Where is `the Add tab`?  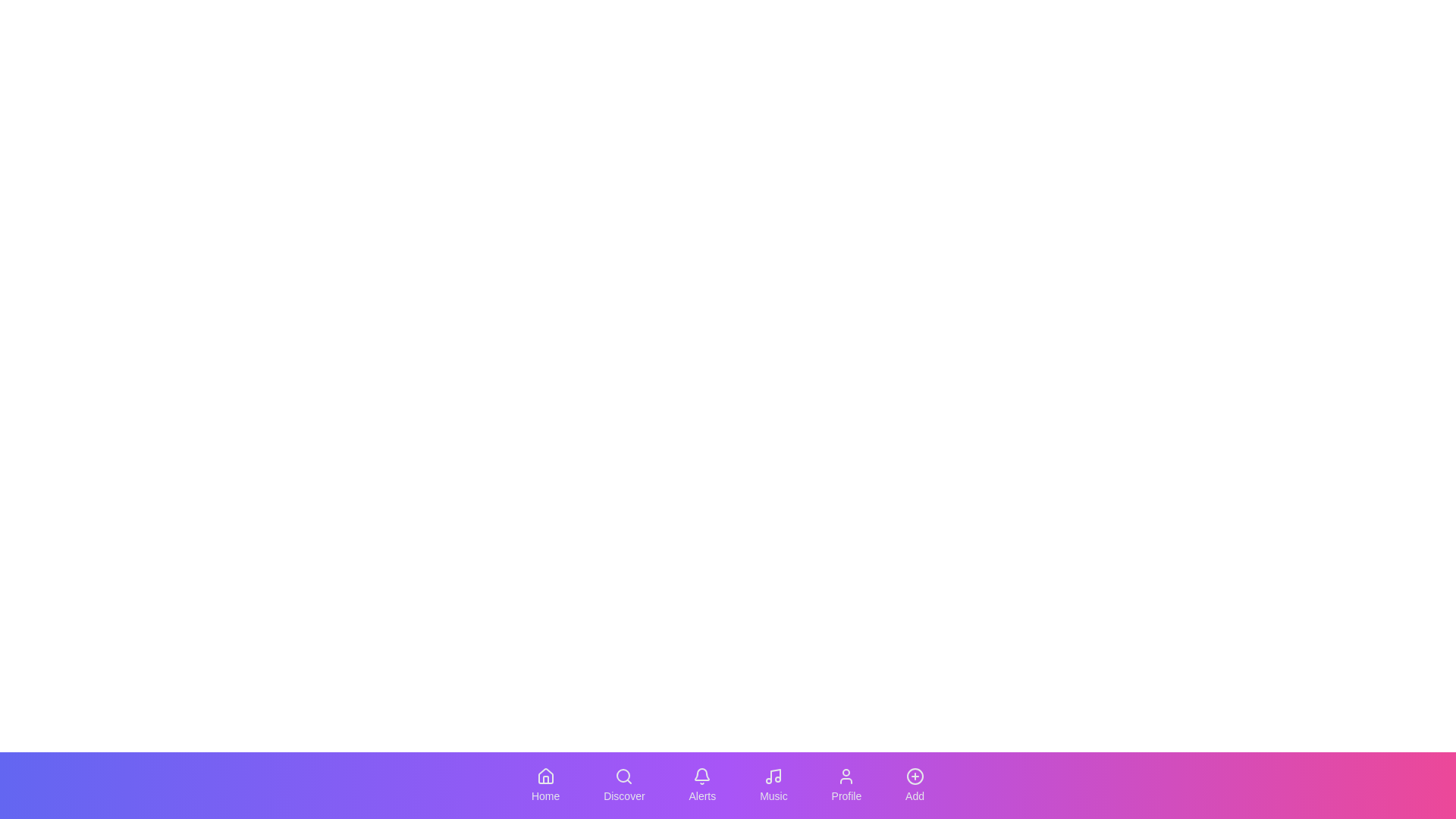
the Add tab is located at coordinates (914, 785).